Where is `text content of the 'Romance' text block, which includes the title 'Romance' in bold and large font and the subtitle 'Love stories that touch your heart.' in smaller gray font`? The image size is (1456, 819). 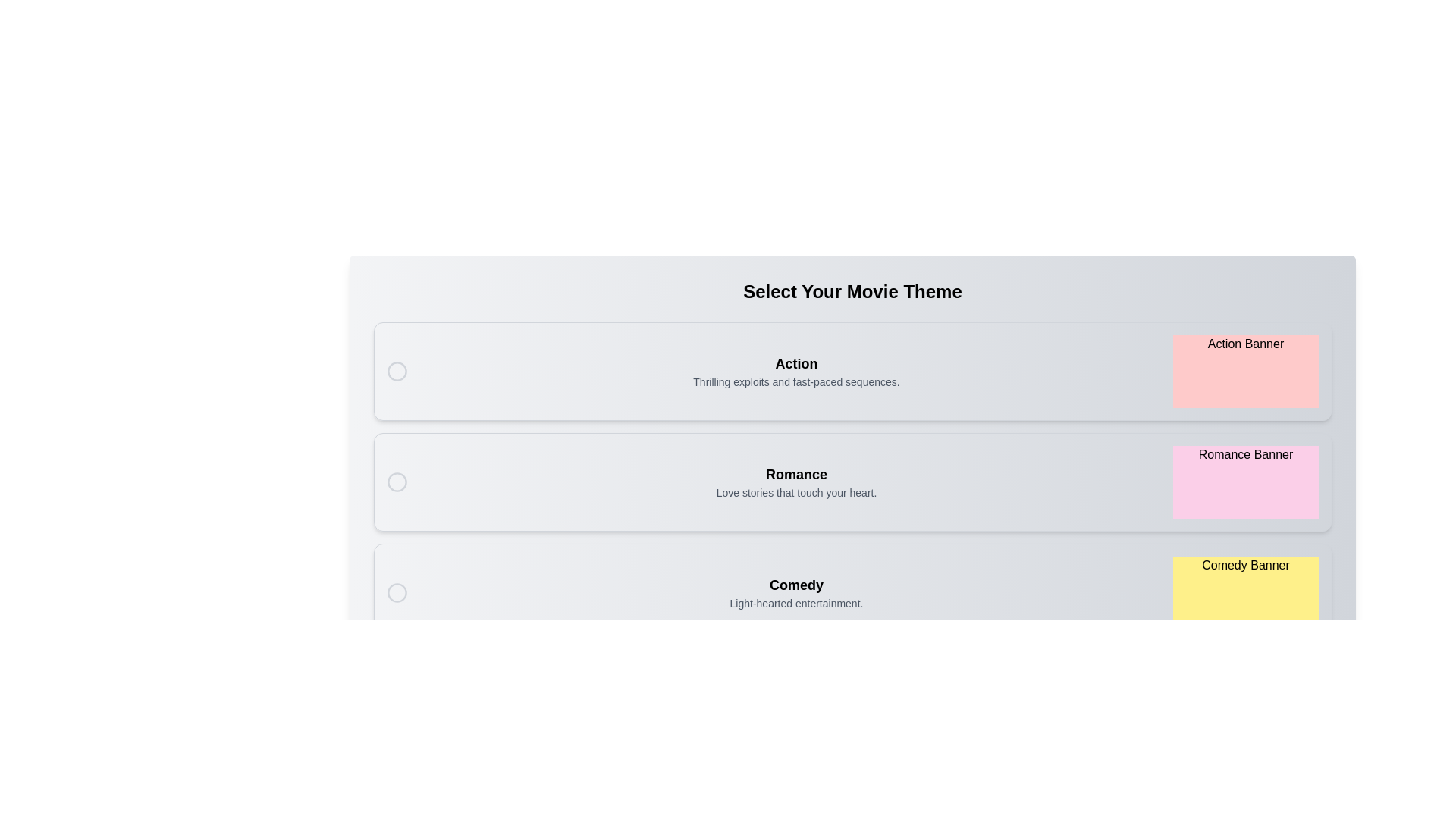
text content of the 'Romance' text block, which includes the title 'Romance' in bold and large font and the subtitle 'Love stories that touch your heart.' in smaller gray font is located at coordinates (795, 482).